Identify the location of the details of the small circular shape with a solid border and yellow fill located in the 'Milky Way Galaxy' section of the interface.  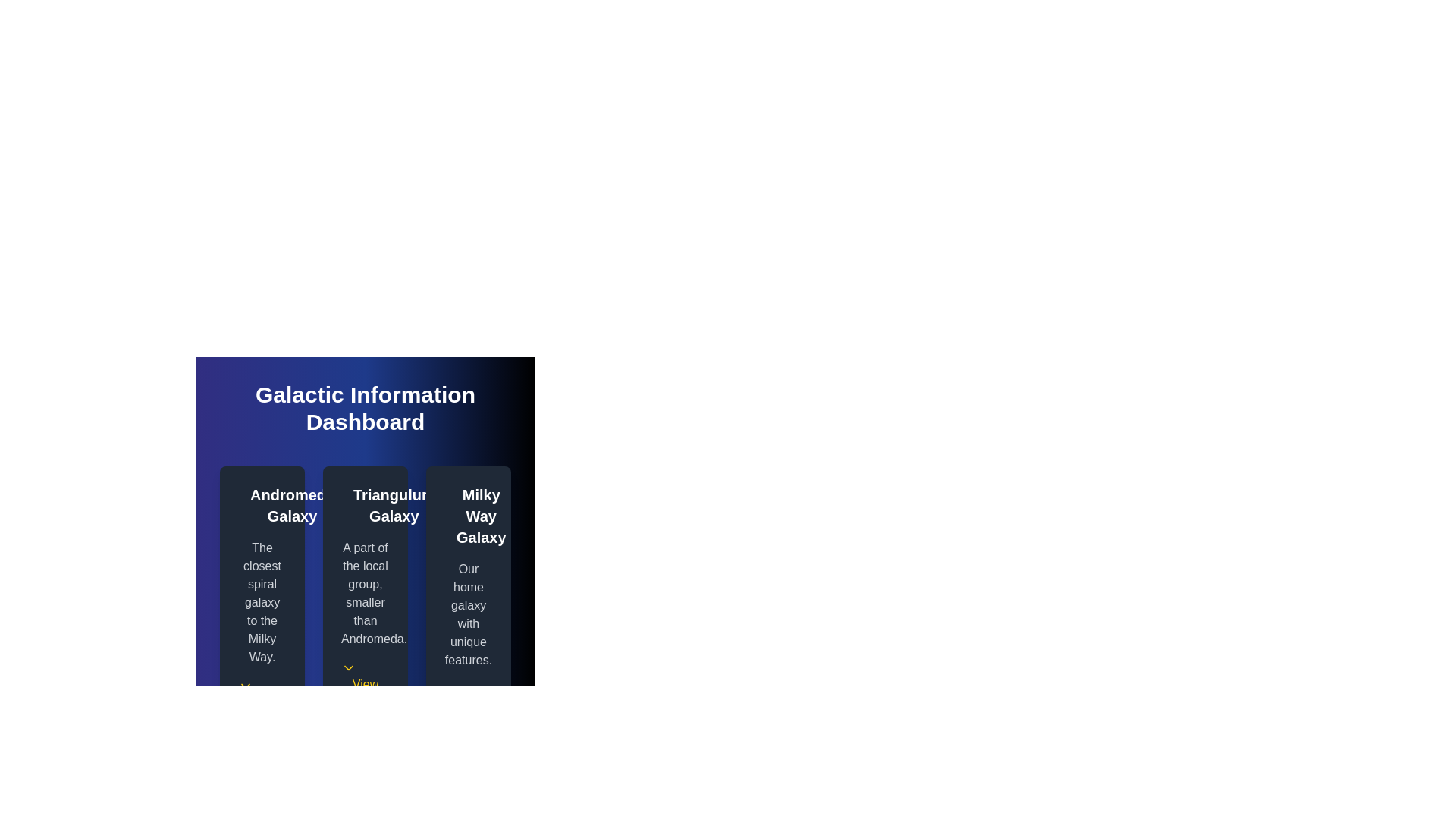
(453, 513).